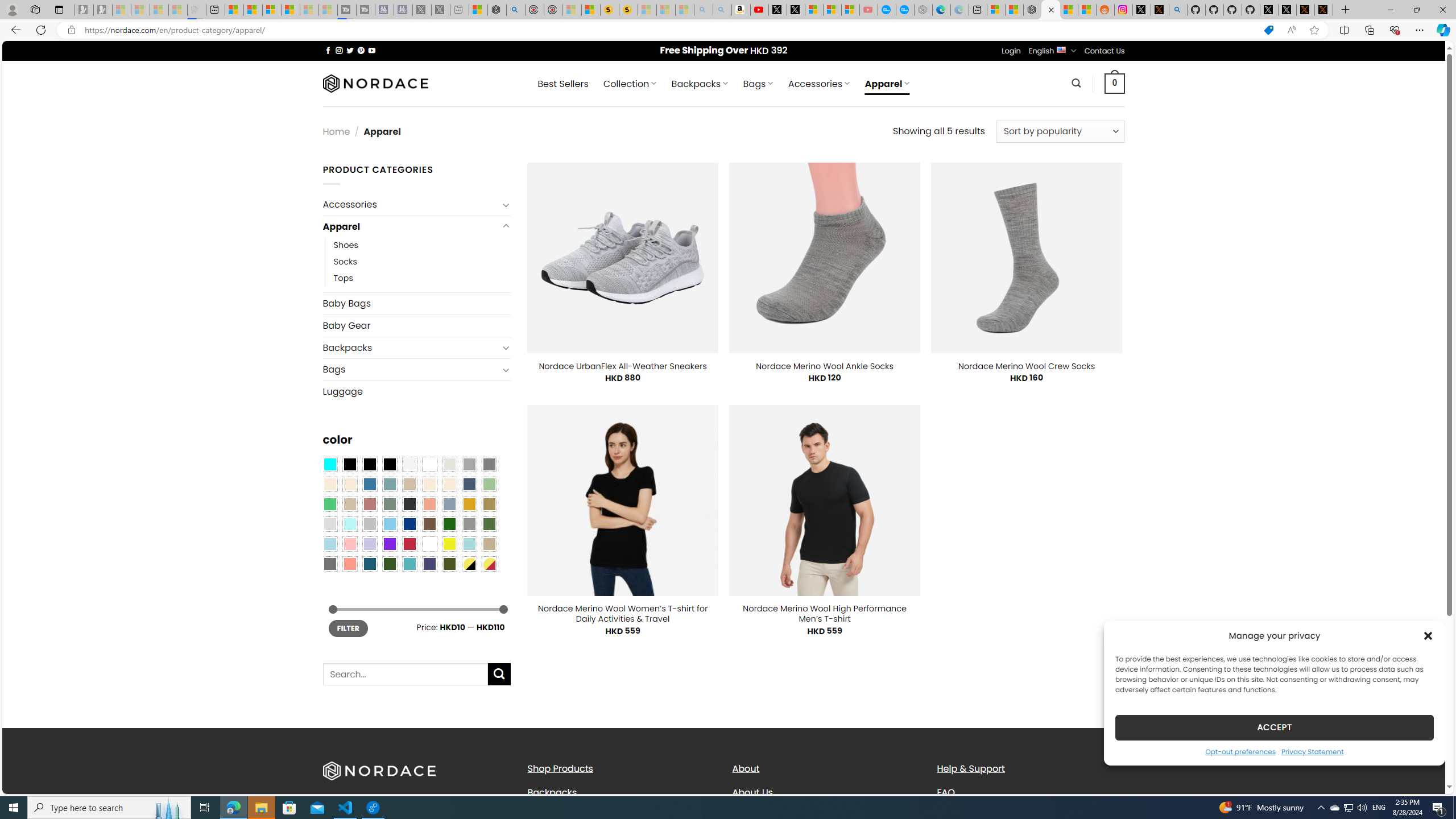 The image size is (1456, 819). I want to click on 'Blue Sage', so click(389, 483).